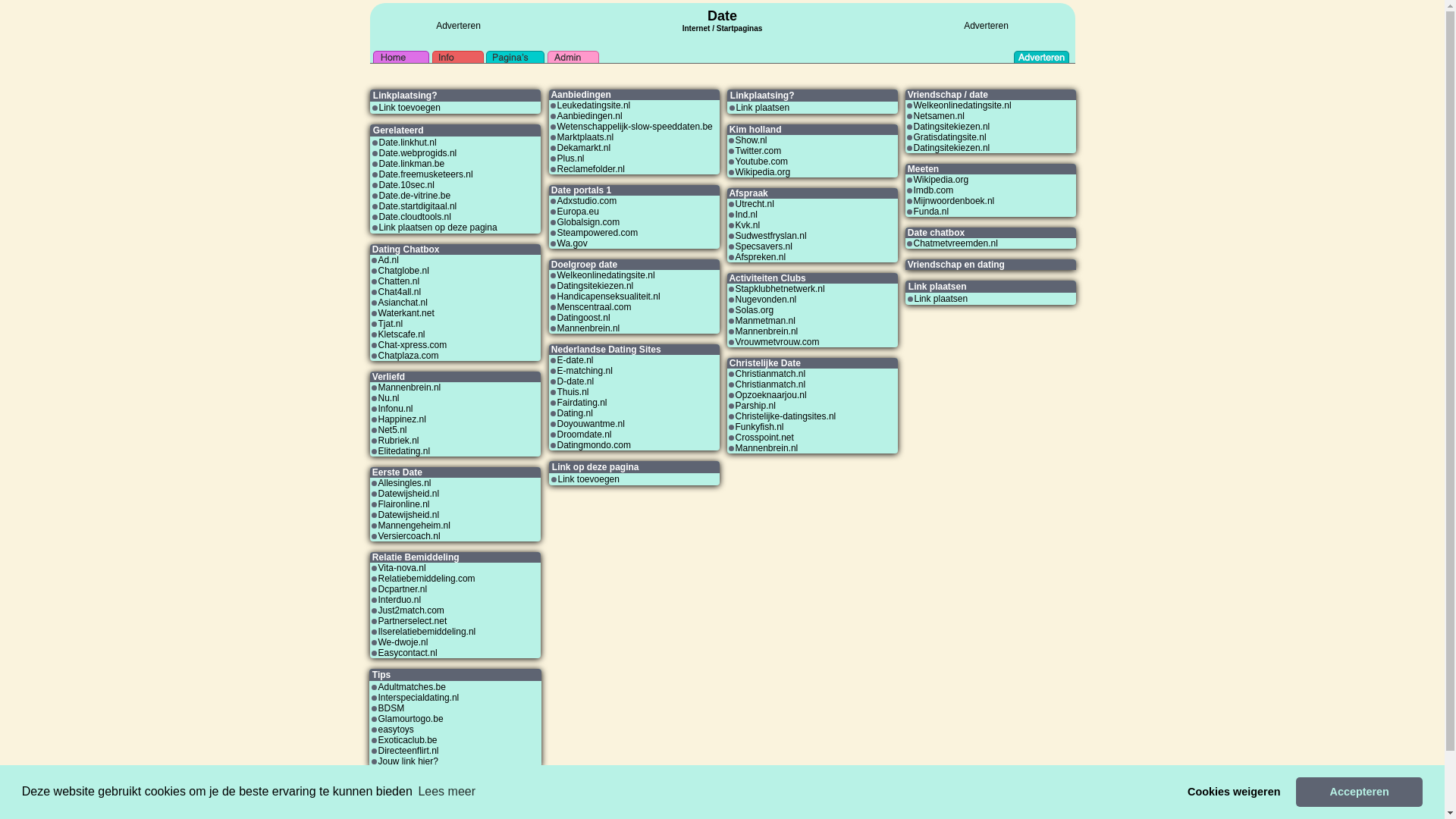 The height and width of the screenshot is (819, 1456). Describe the element at coordinates (406, 184) in the screenshot. I see `'Date.10sec.nl'` at that location.